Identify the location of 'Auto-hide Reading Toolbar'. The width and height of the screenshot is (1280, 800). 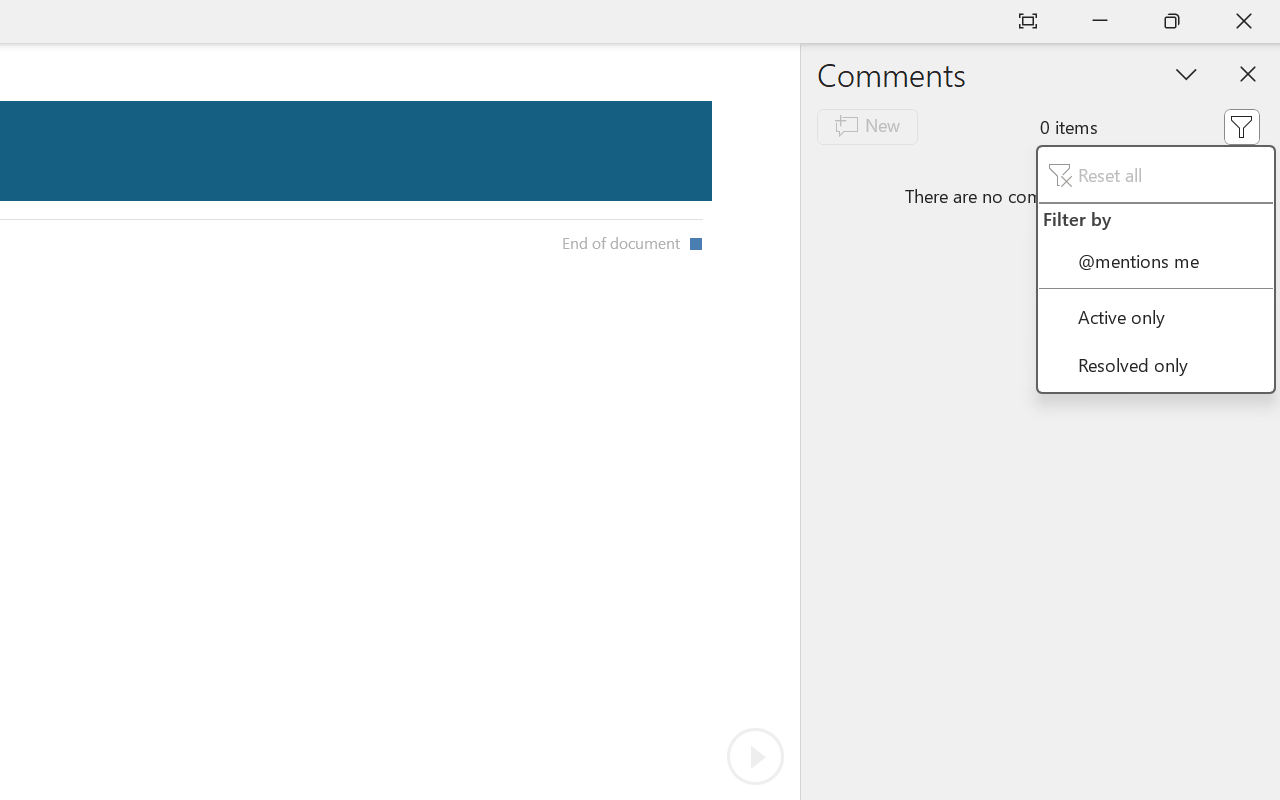
(1027, 21).